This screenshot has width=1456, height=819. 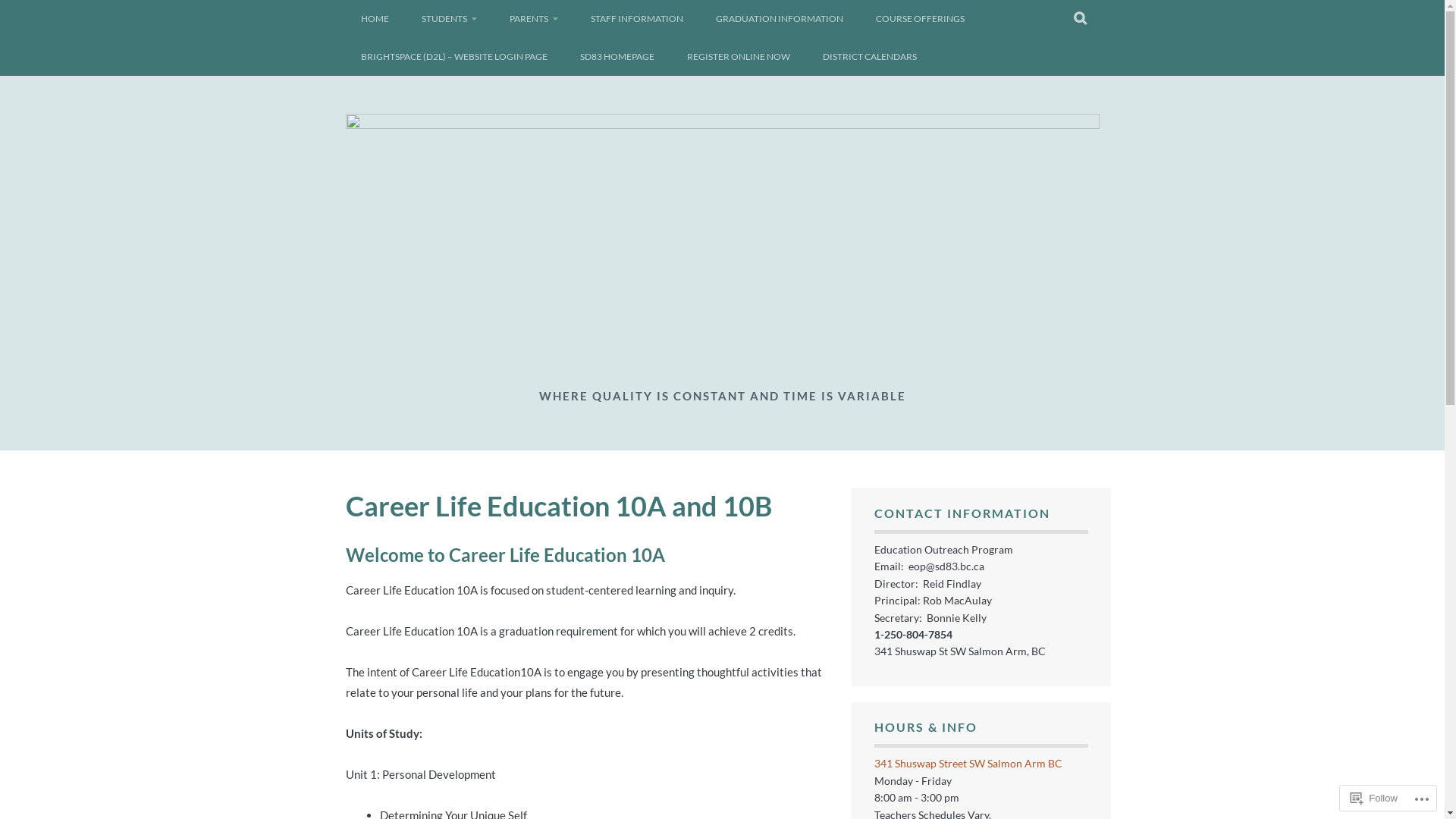 I want to click on 'SD83 HOMEPAGE', so click(x=616, y=55).